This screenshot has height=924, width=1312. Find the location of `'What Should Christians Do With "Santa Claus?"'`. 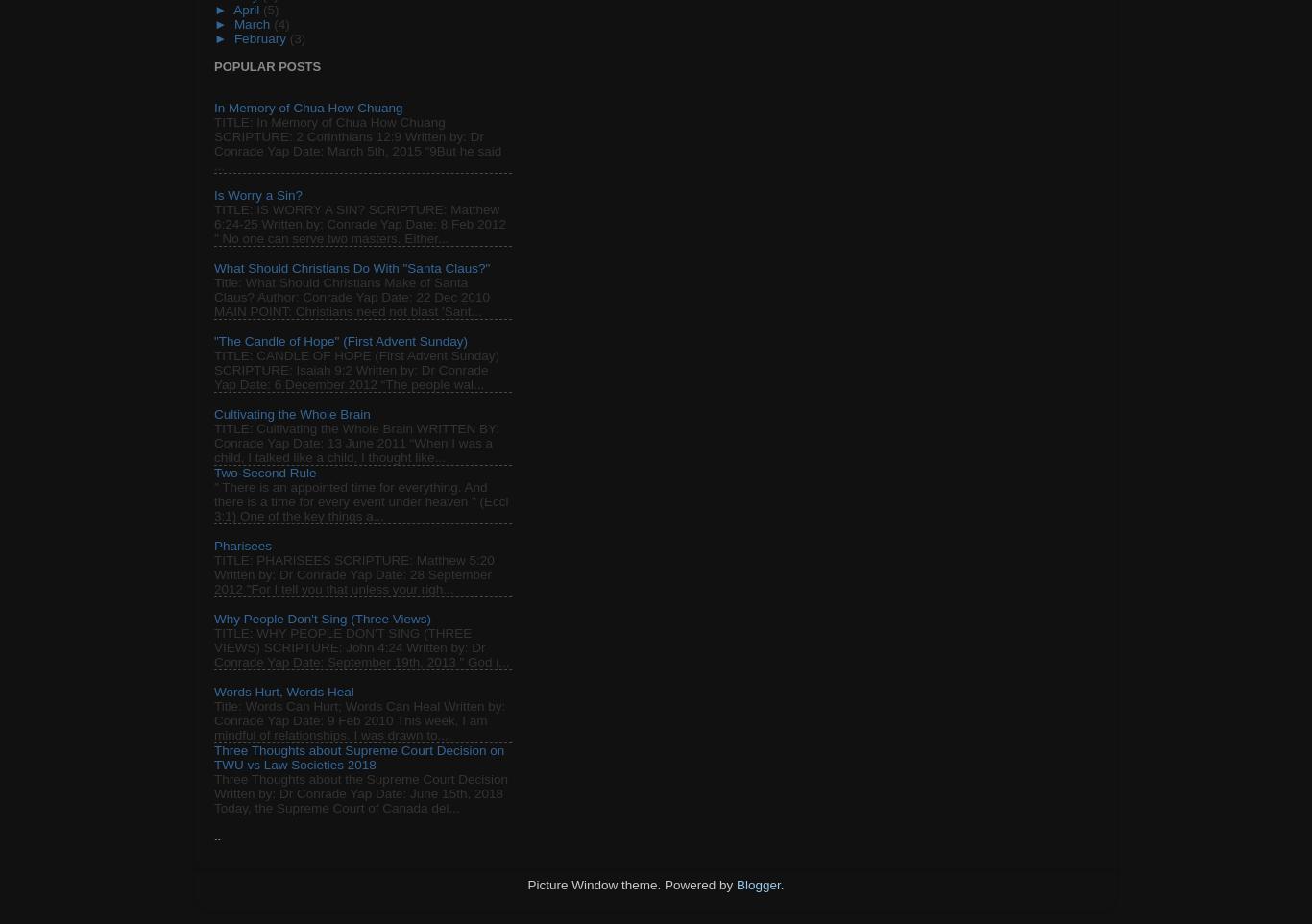

'What Should Christians Do With "Santa Claus?"' is located at coordinates (351, 268).